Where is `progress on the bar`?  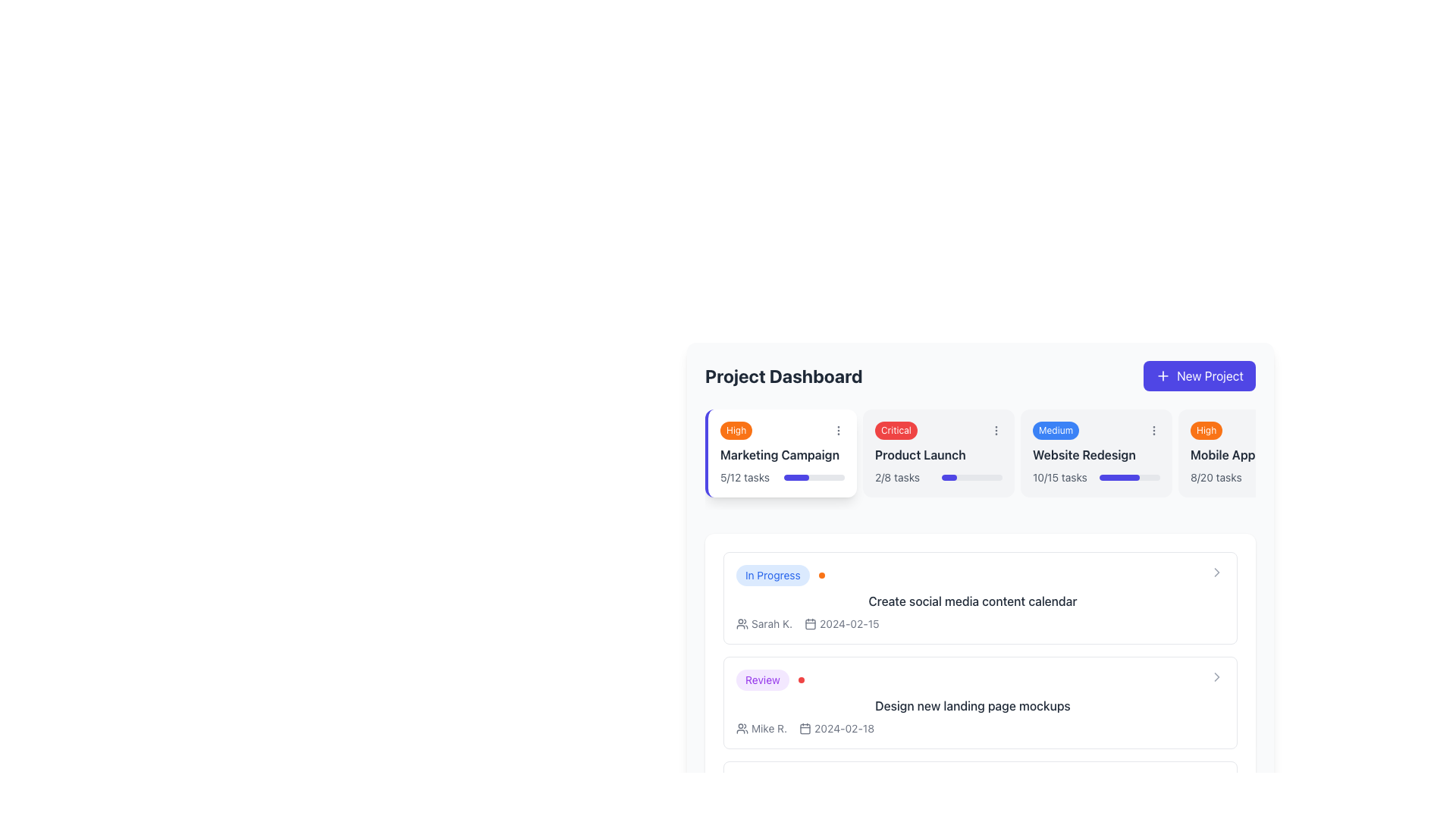
progress on the bar is located at coordinates (809, 476).